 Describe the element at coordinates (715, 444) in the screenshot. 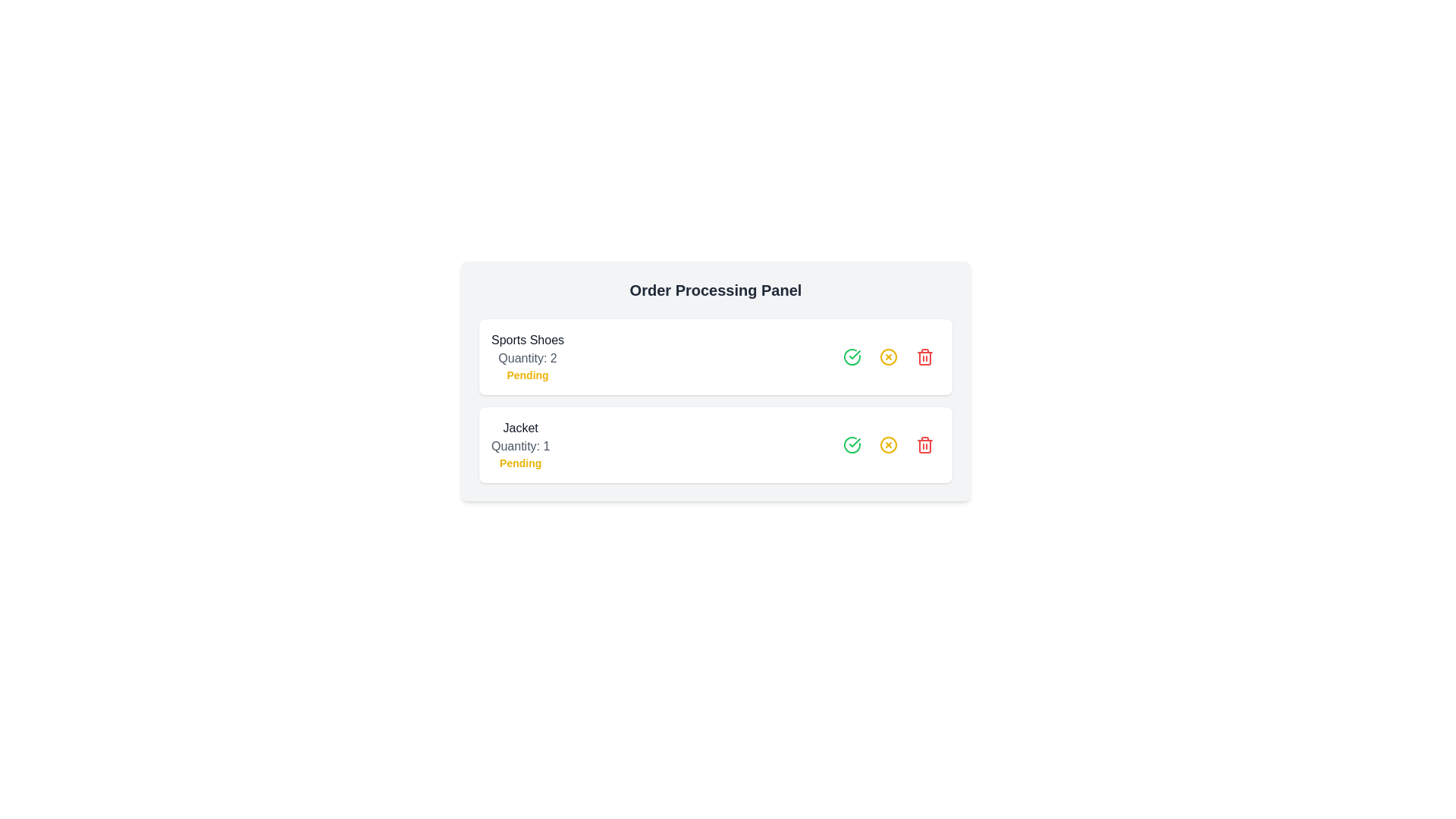

I see `the 'Jacket' card` at that location.